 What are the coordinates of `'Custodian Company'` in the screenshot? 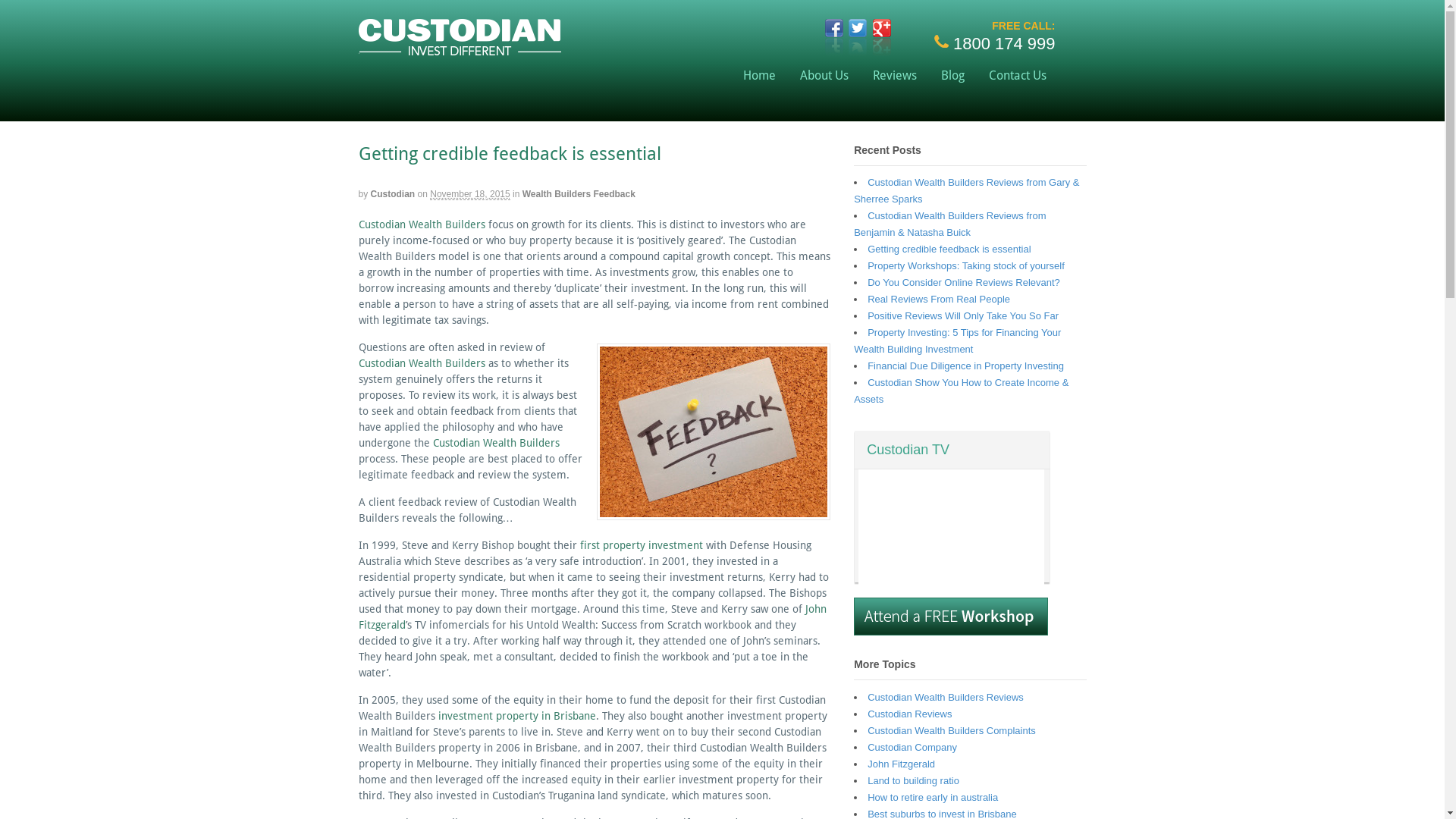 It's located at (912, 746).